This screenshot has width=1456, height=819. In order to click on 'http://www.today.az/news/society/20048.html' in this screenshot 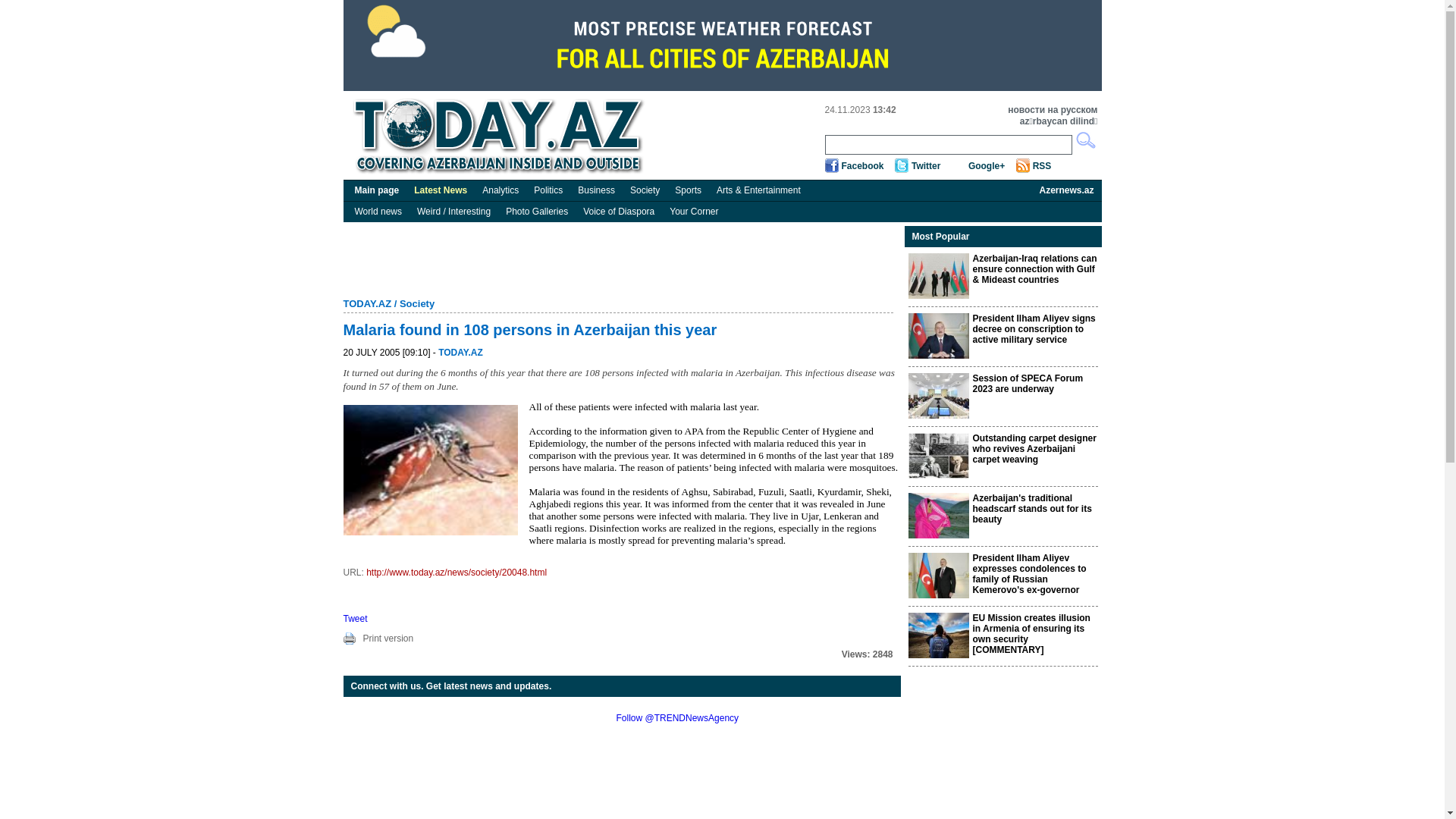, I will do `click(366, 573)`.